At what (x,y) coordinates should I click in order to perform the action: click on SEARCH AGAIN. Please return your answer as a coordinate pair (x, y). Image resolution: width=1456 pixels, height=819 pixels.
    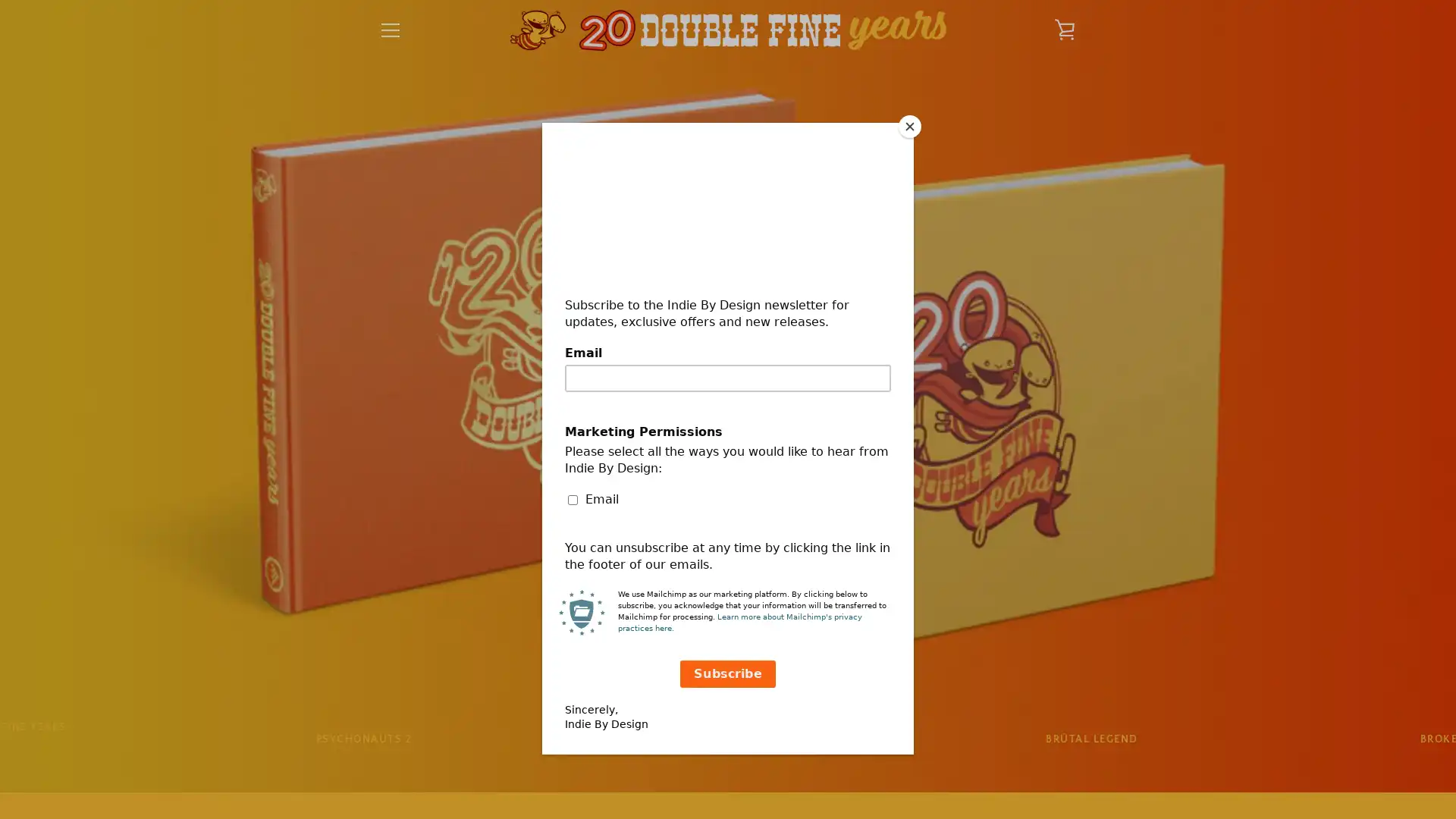
    Looking at the image, I should click on (799, 598).